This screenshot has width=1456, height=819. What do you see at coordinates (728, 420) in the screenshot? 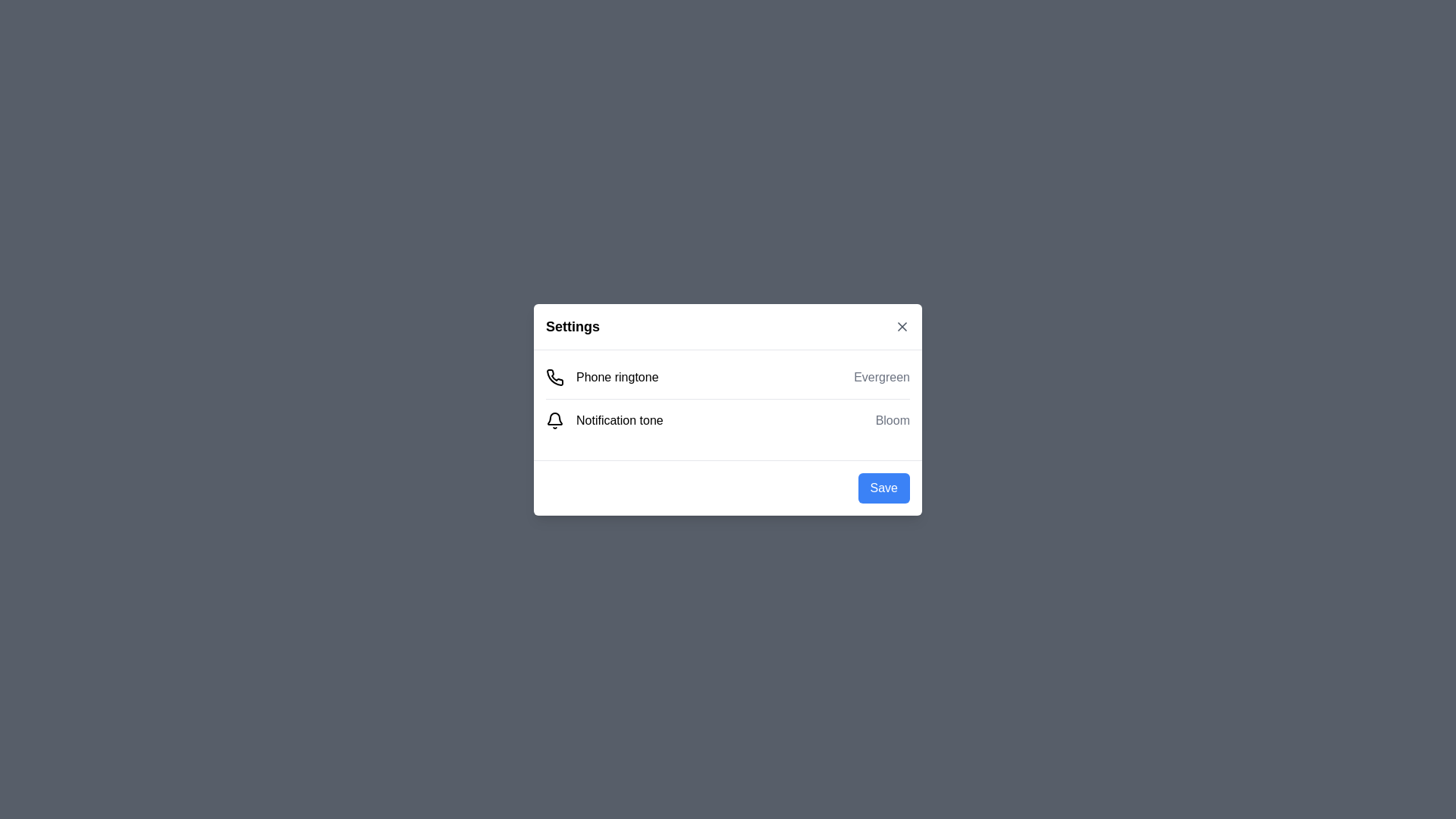
I see `the configuration option for selecting the notification tone labeled 'Bloom', which is the second item` at bounding box center [728, 420].